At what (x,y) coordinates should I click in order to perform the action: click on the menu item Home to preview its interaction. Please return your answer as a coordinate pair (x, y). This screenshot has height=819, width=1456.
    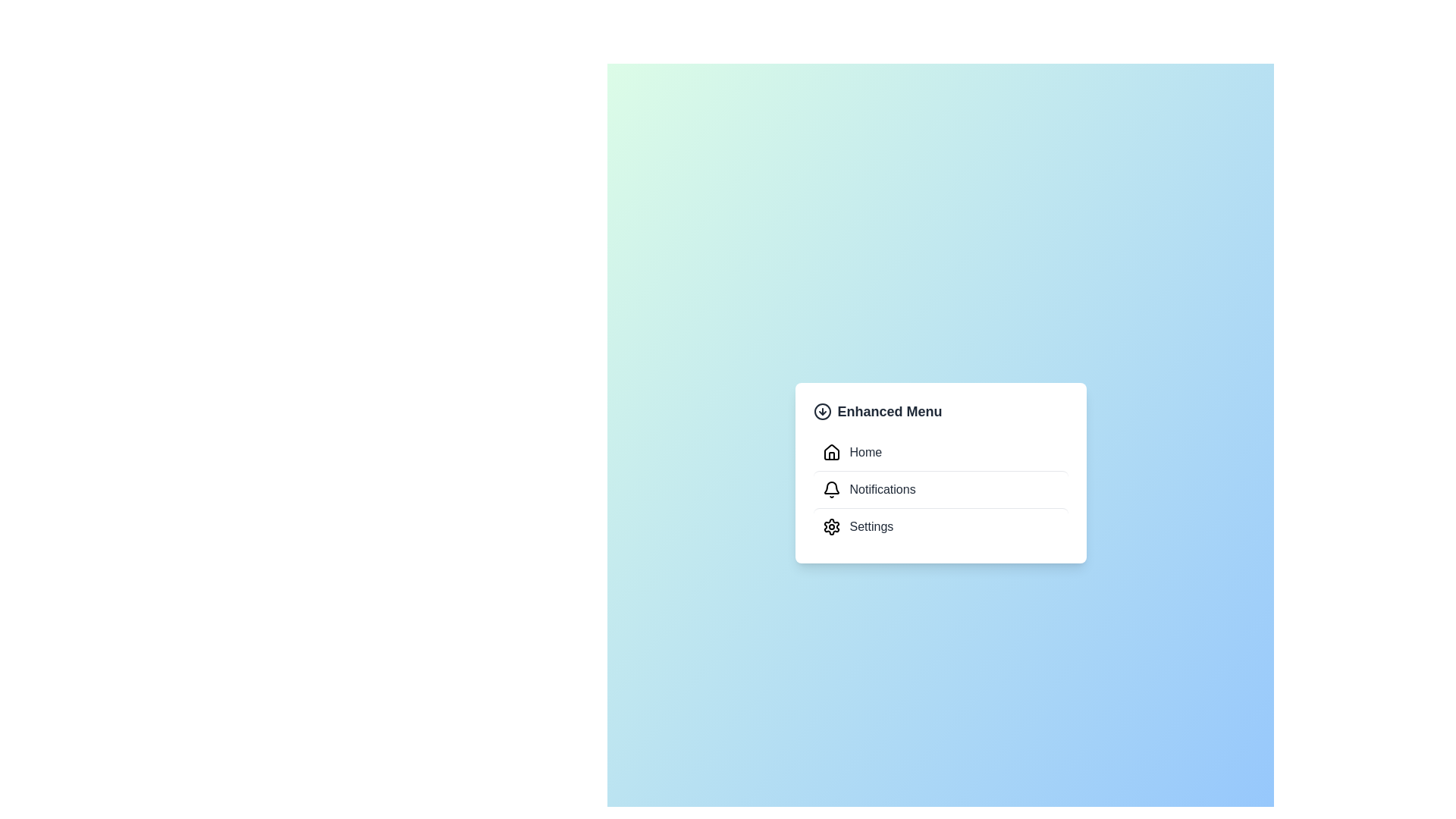
    Looking at the image, I should click on (940, 452).